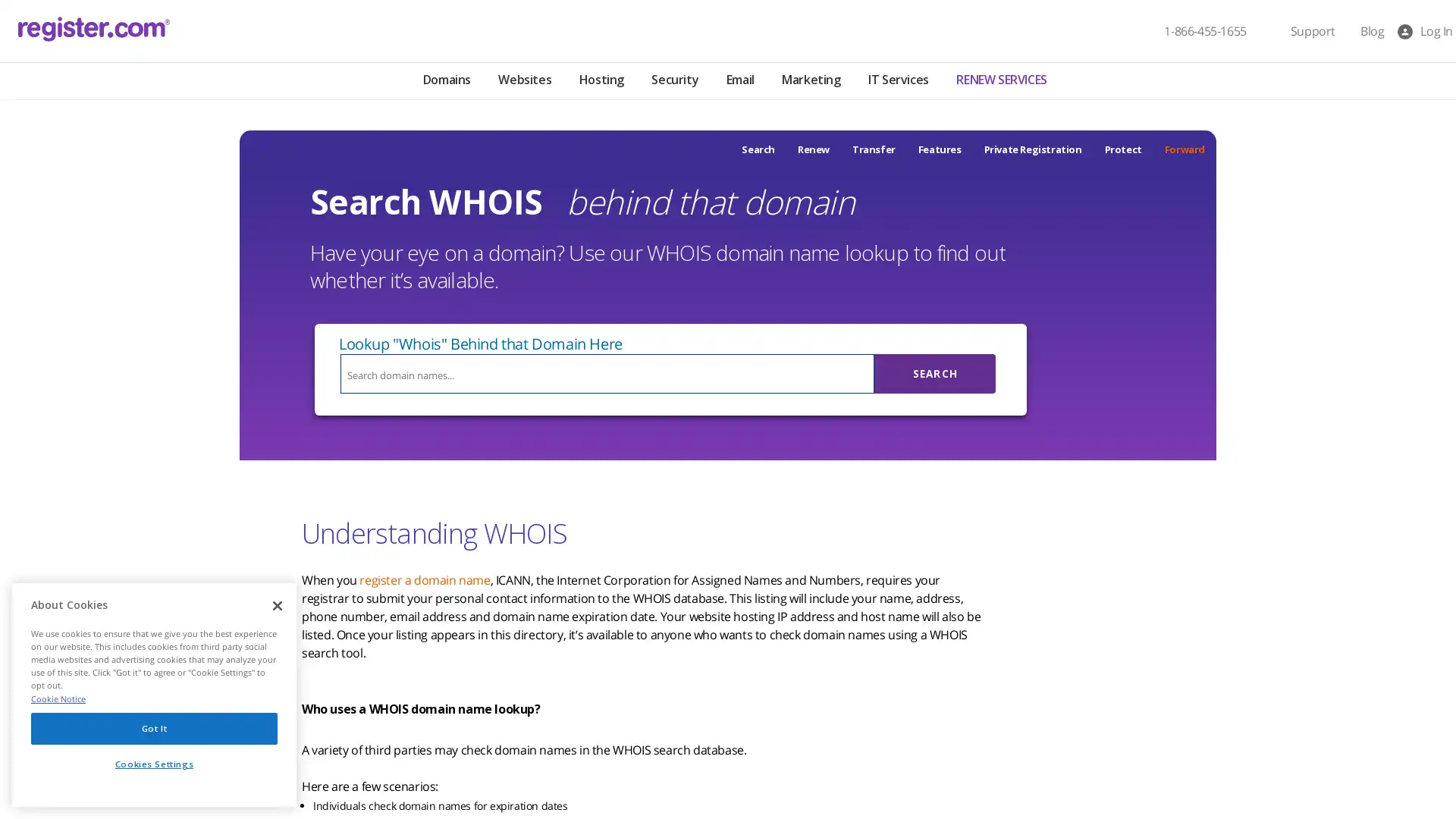 The height and width of the screenshot is (819, 1456). What do you see at coordinates (934, 374) in the screenshot?
I see `Search` at bounding box center [934, 374].